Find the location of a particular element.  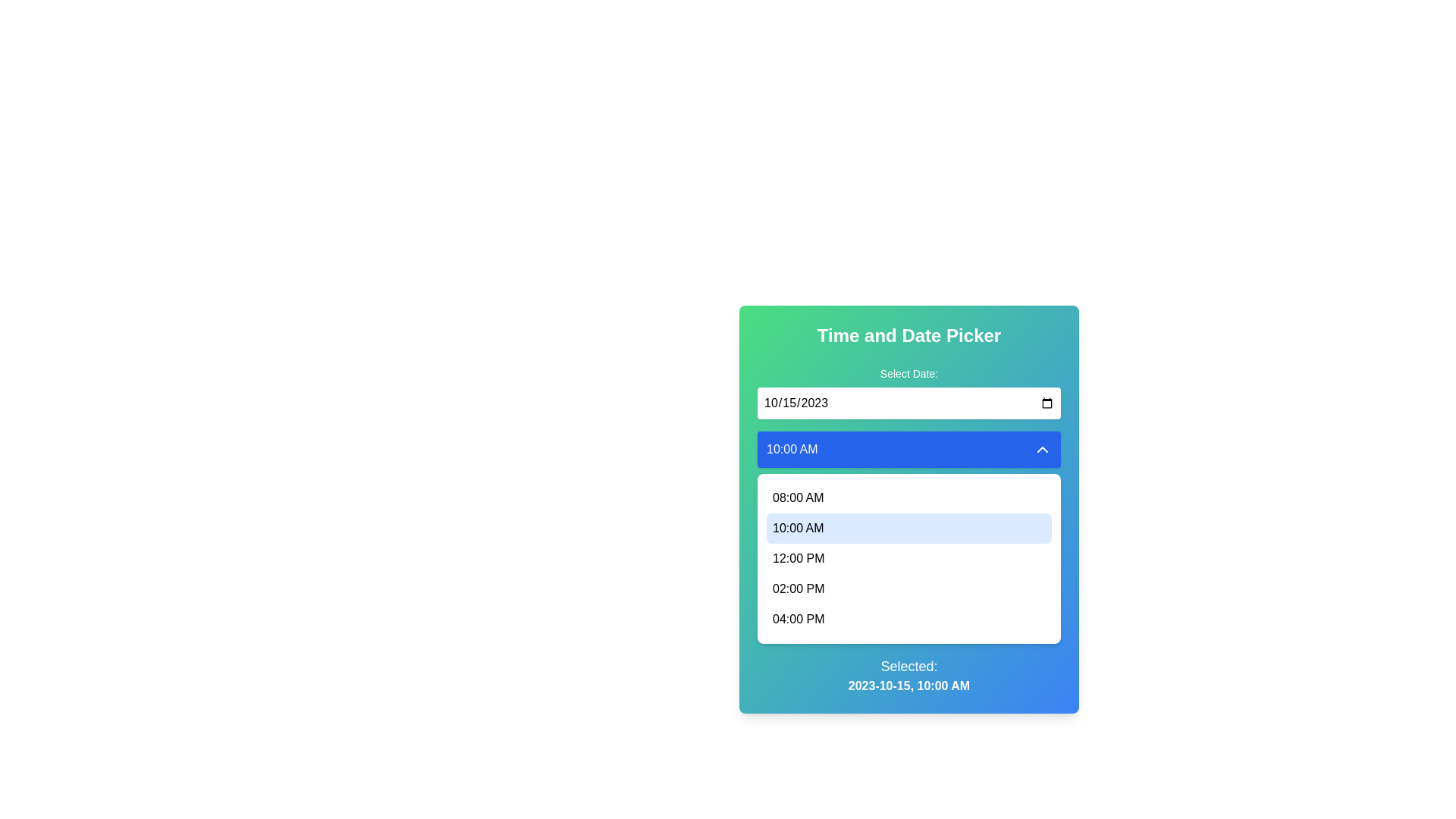

the list item labeled '12:00 PM' in the dropdown selection list of the time picker interface is located at coordinates (909, 558).